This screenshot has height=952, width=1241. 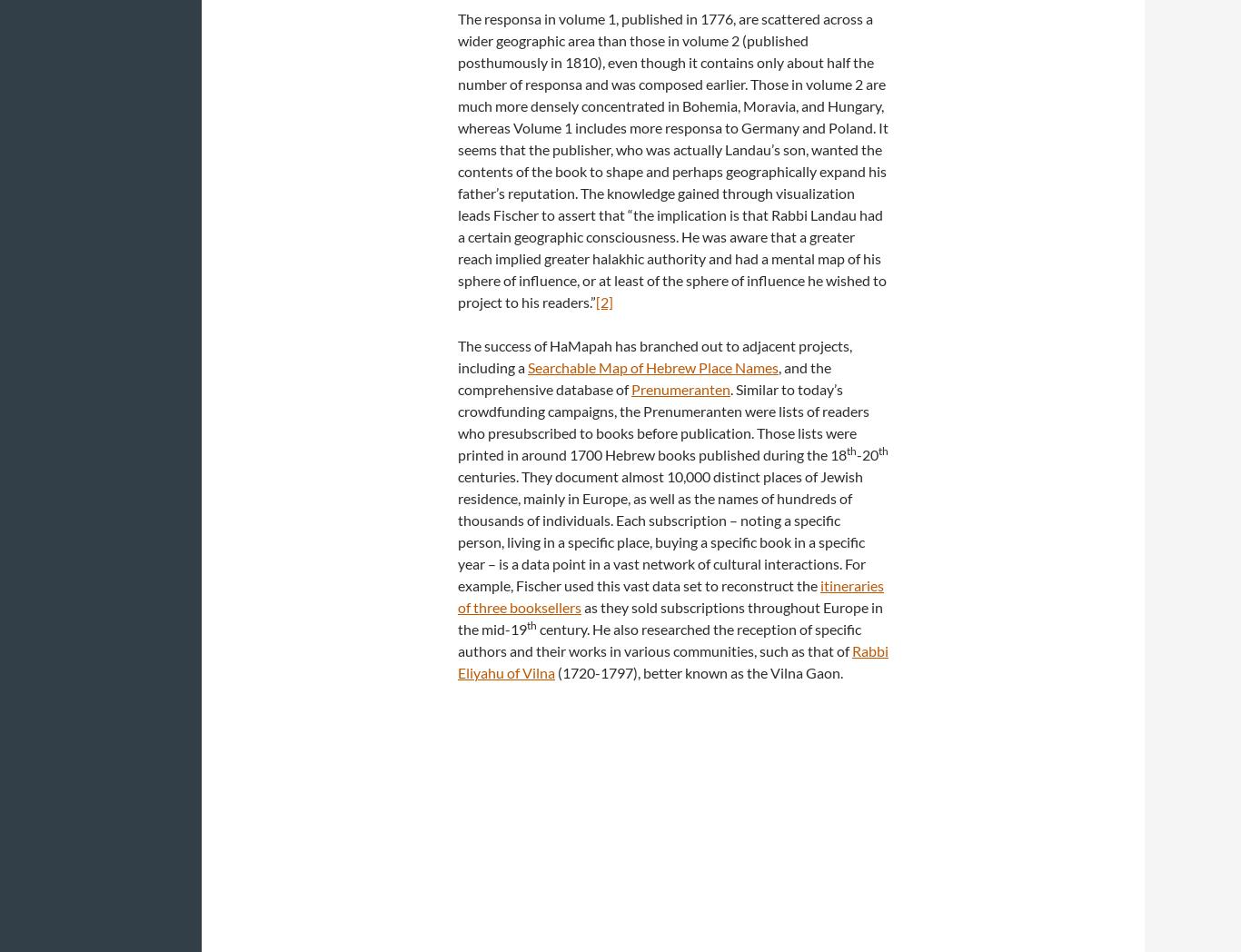 What do you see at coordinates (661, 531) in the screenshot?
I see `'centuries. They document almost 10,000 distinct places of Jewish residence, mainly in Europe, as well as the names of hundreds of thousands of individuals. Each subscription – noting a specific person, living in a specific place, buying a specific book in a specific year – is a data point in a vast network of cultural interactions. For example, Fischer used this vast data set to reconstruct the'` at bounding box center [661, 531].